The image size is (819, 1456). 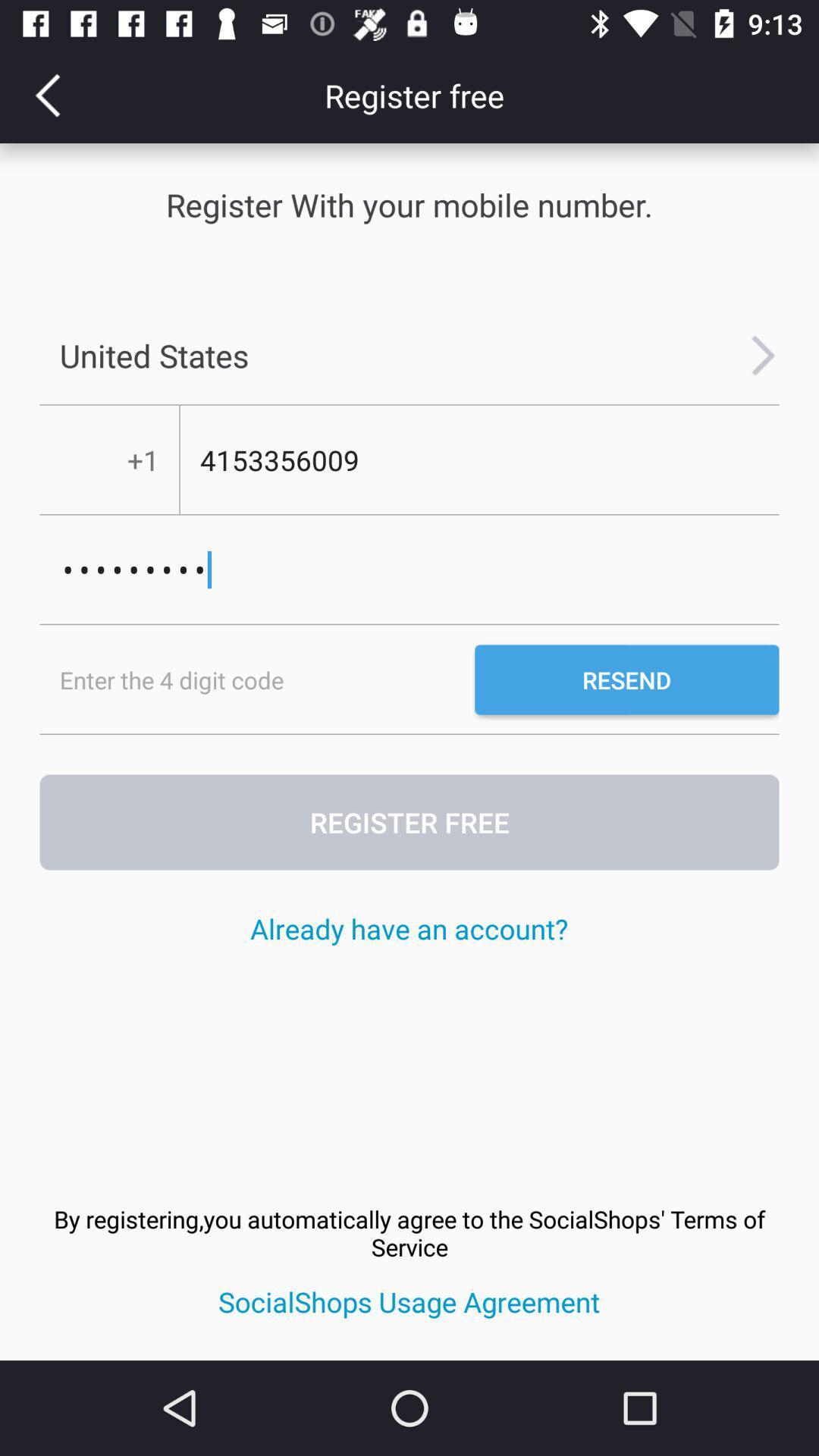 What do you see at coordinates (256, 679) in the screenshot?
I see `the code section` at bounding box center [256, 679].